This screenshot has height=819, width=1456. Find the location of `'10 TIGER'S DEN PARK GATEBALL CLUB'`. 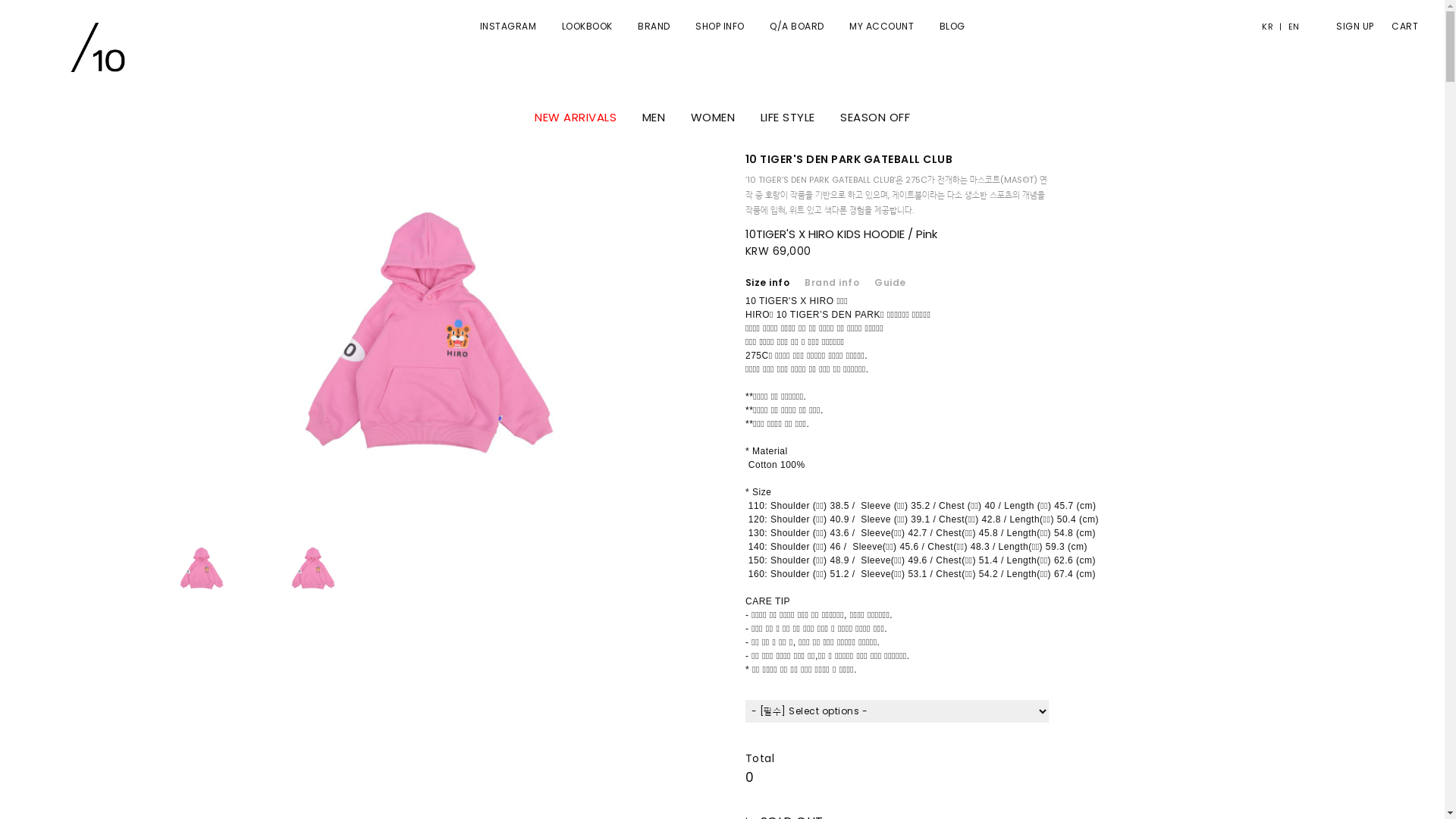

'10 TIGER'S DEN PARK GATEBALL CLUB' is located at coordinates (848, 158).